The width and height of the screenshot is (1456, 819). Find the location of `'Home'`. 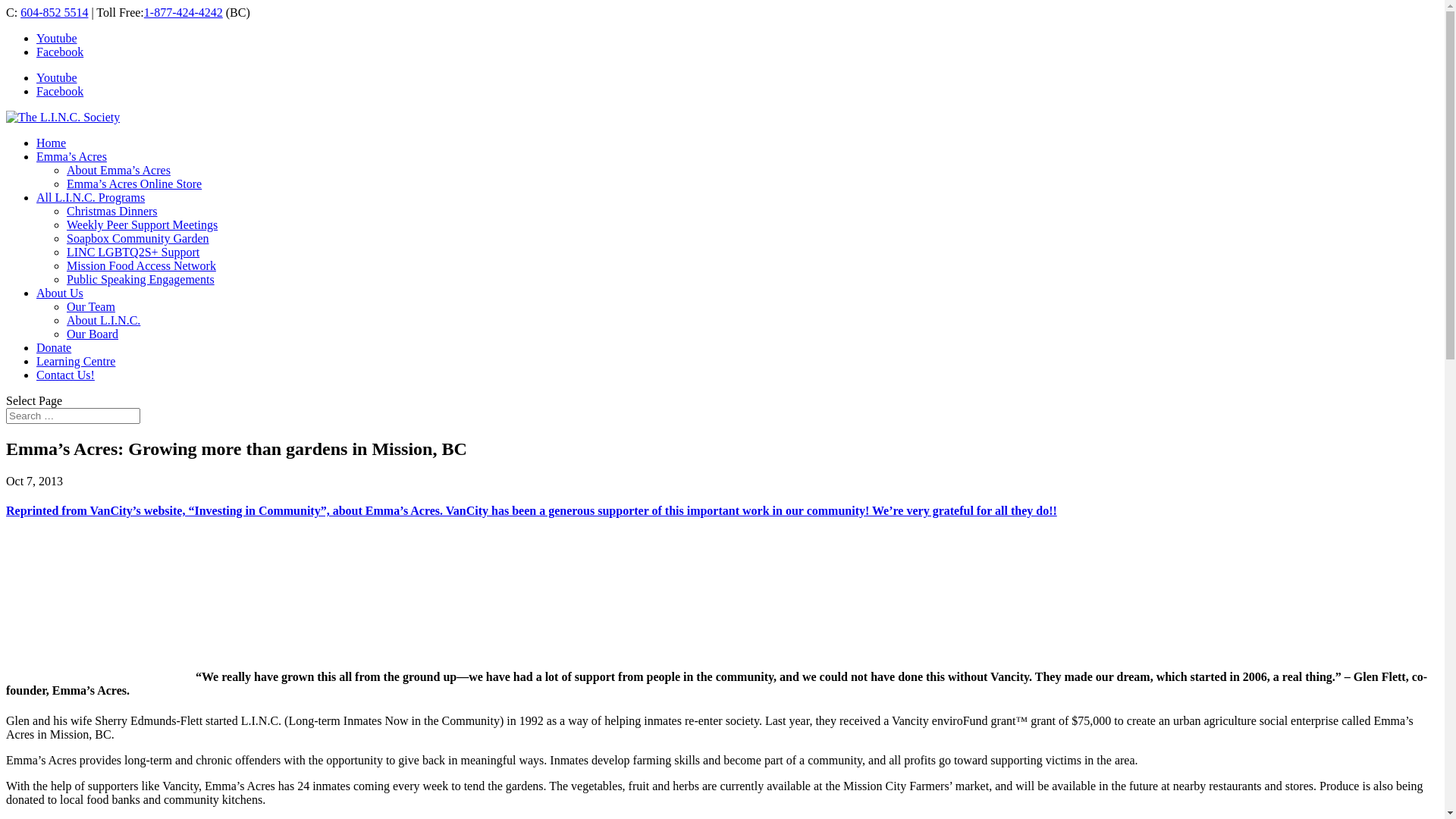

'Home' is located at coordinates (51, 143).